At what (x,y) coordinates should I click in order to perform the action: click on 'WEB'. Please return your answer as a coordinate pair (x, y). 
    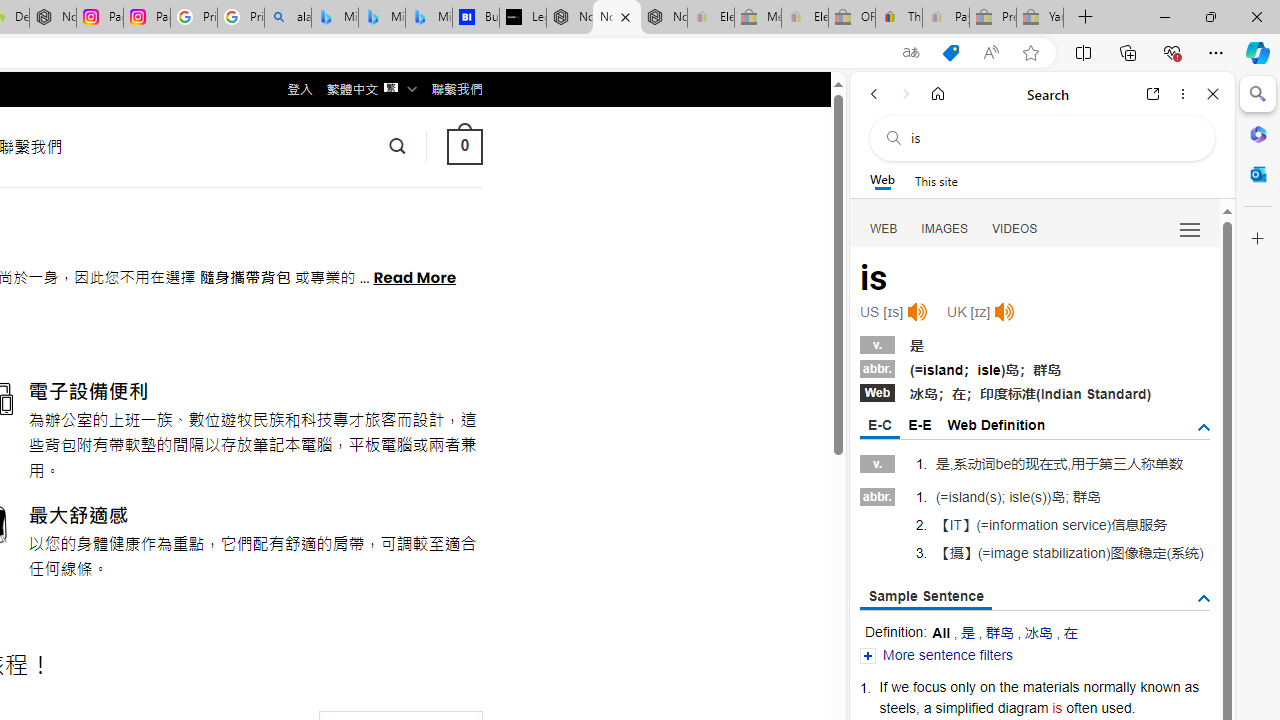
    Looking at the image, I should click on (883, 227).